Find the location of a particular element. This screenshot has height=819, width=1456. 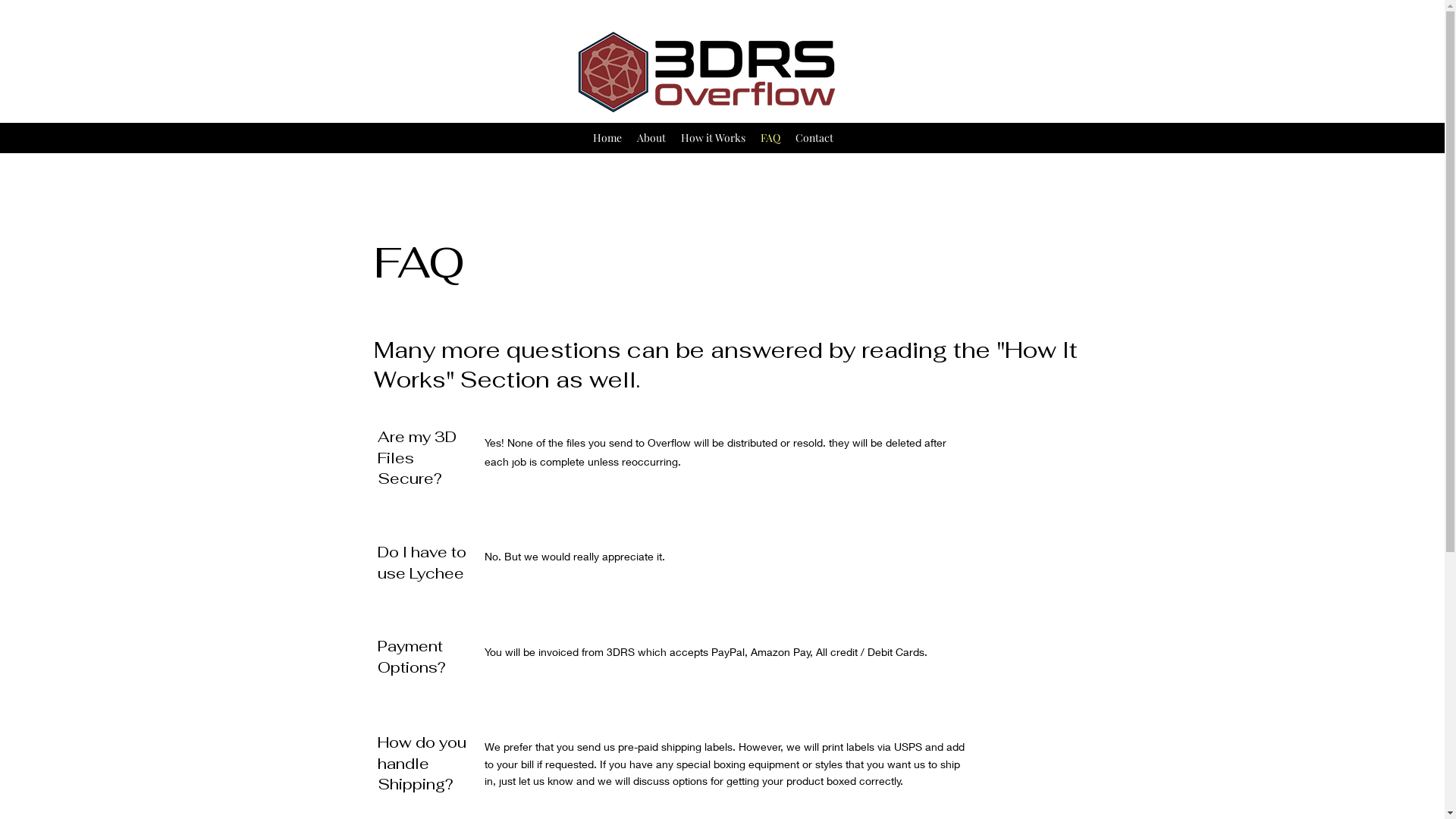

'Contact' is located at coordinates (813, 137).